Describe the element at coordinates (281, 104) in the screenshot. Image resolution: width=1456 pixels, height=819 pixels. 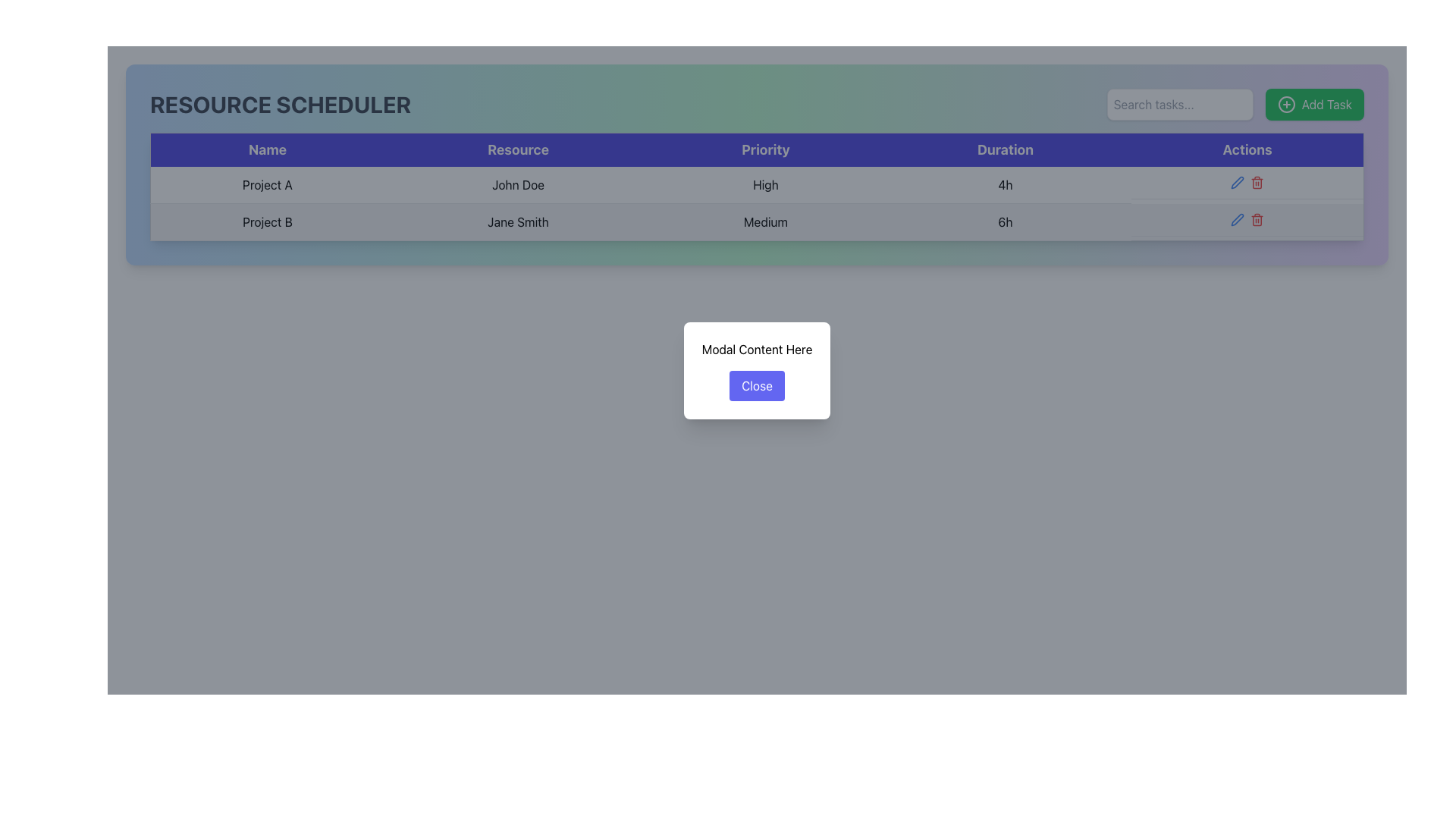
I see `text content of the header element situated at the top-left corner of the interface, indicating its primary function or content focus` at that location.